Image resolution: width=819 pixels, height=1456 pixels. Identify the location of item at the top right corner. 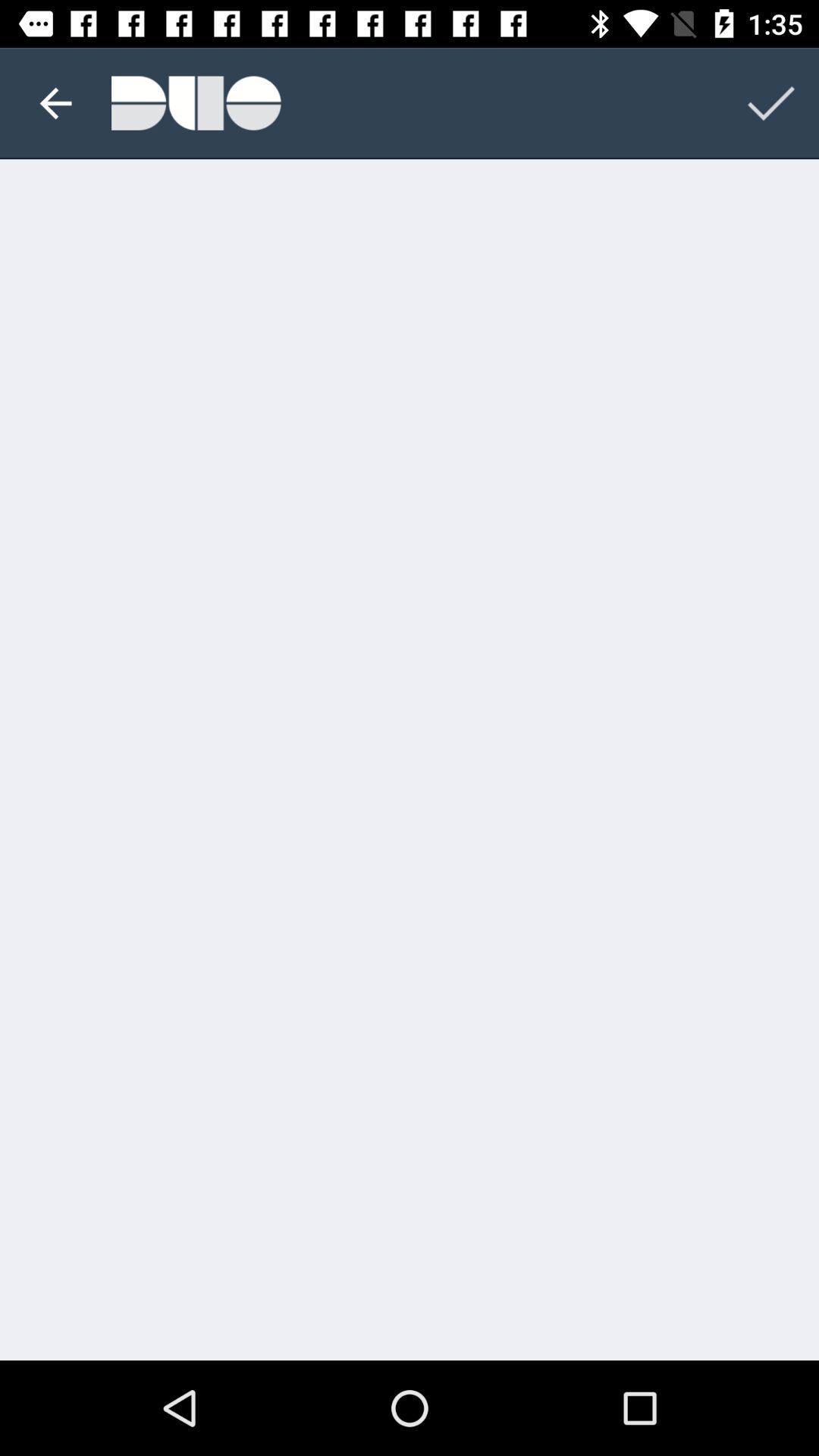
(771, 102).